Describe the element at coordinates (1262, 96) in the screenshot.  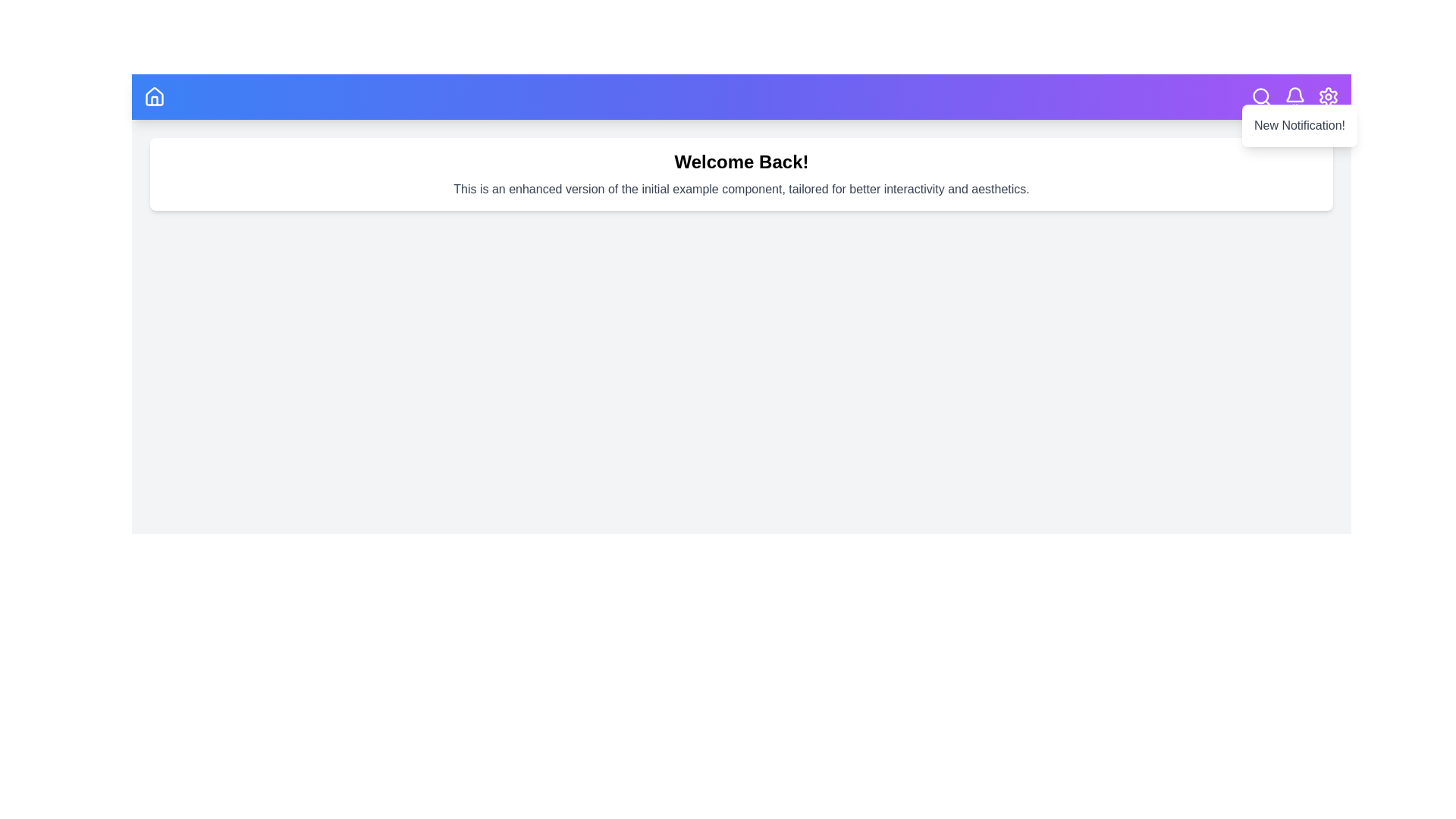
I see `the search icon in the app bar` at that location.